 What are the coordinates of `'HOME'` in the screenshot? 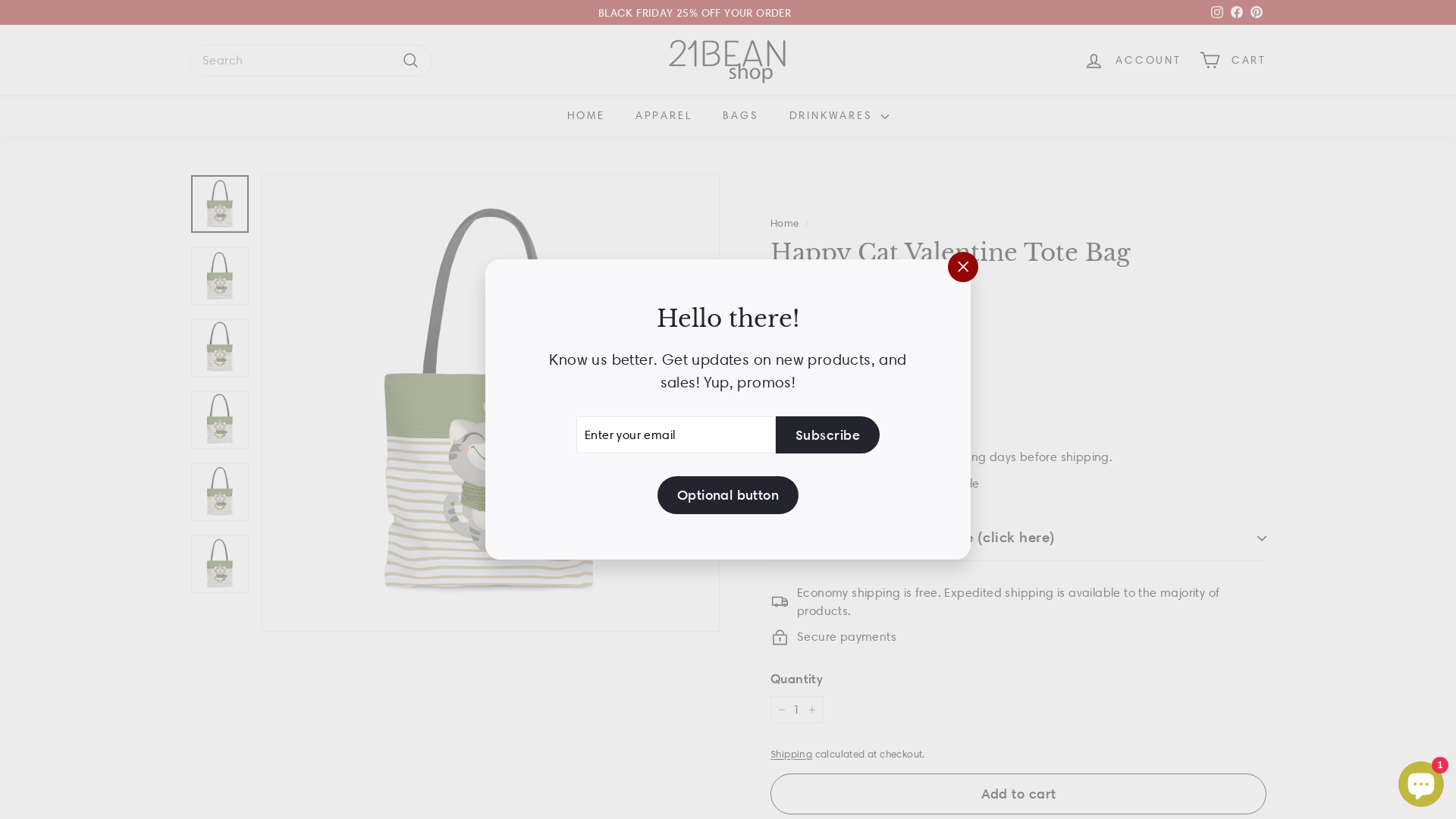 It's located at (585, 115).